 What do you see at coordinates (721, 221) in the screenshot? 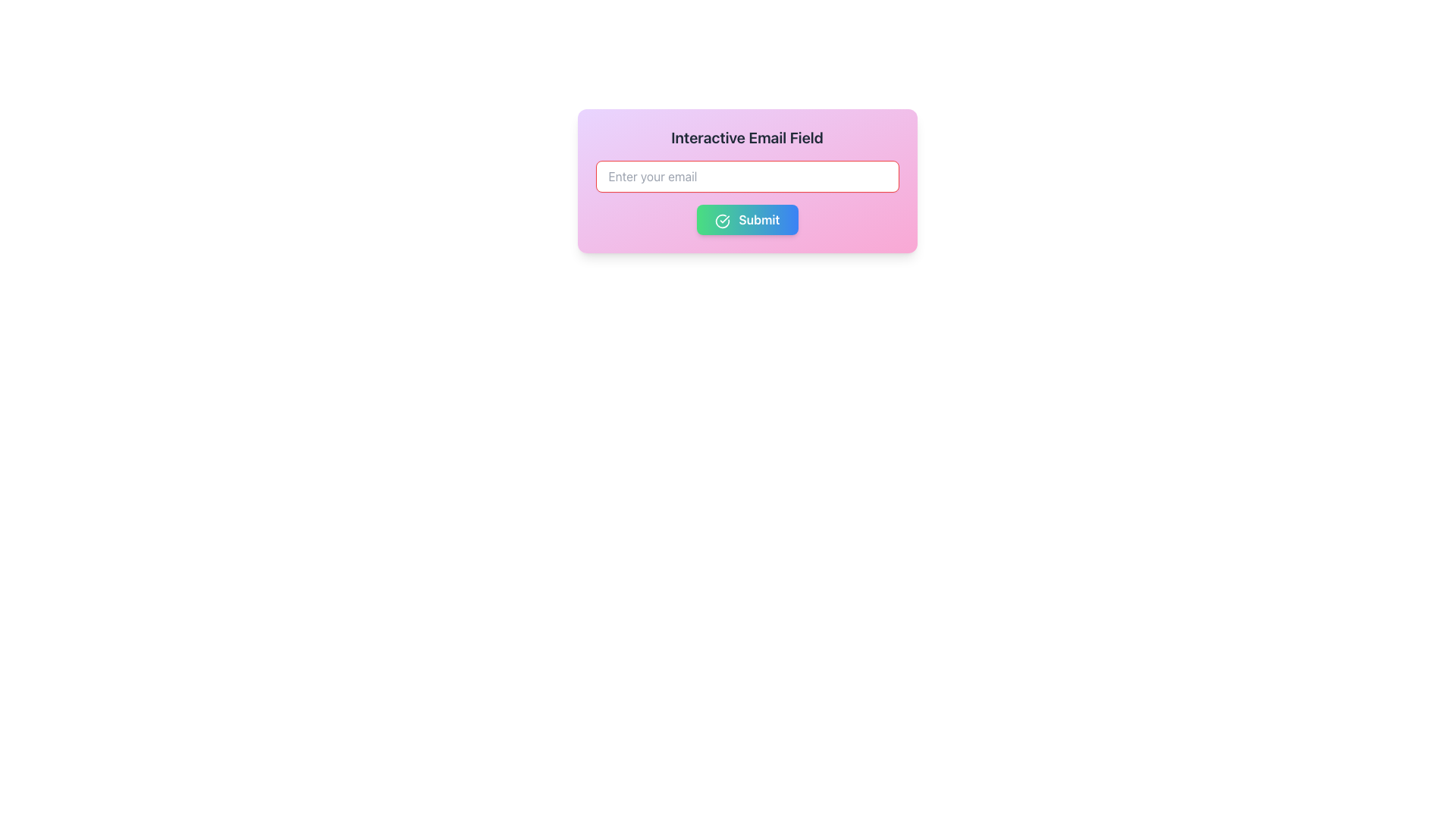
I see `the circular green check icon located to the left and slightly above the center of the 'Submit' button, which precedes the 'Submit' label text` at bounding box center [721, 221].